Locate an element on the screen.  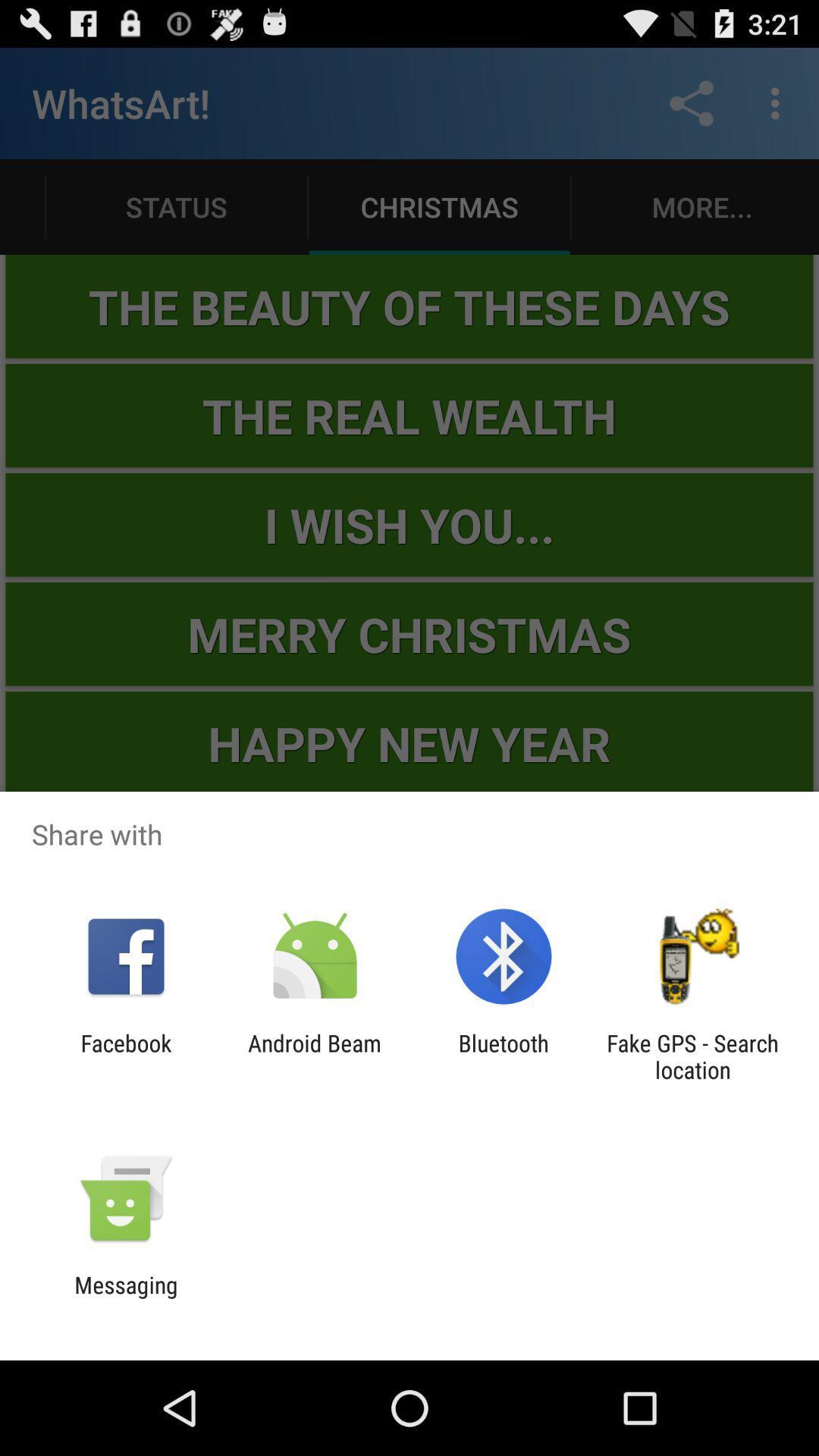
item next to facebook icon is located at coordinates (314, 1056).